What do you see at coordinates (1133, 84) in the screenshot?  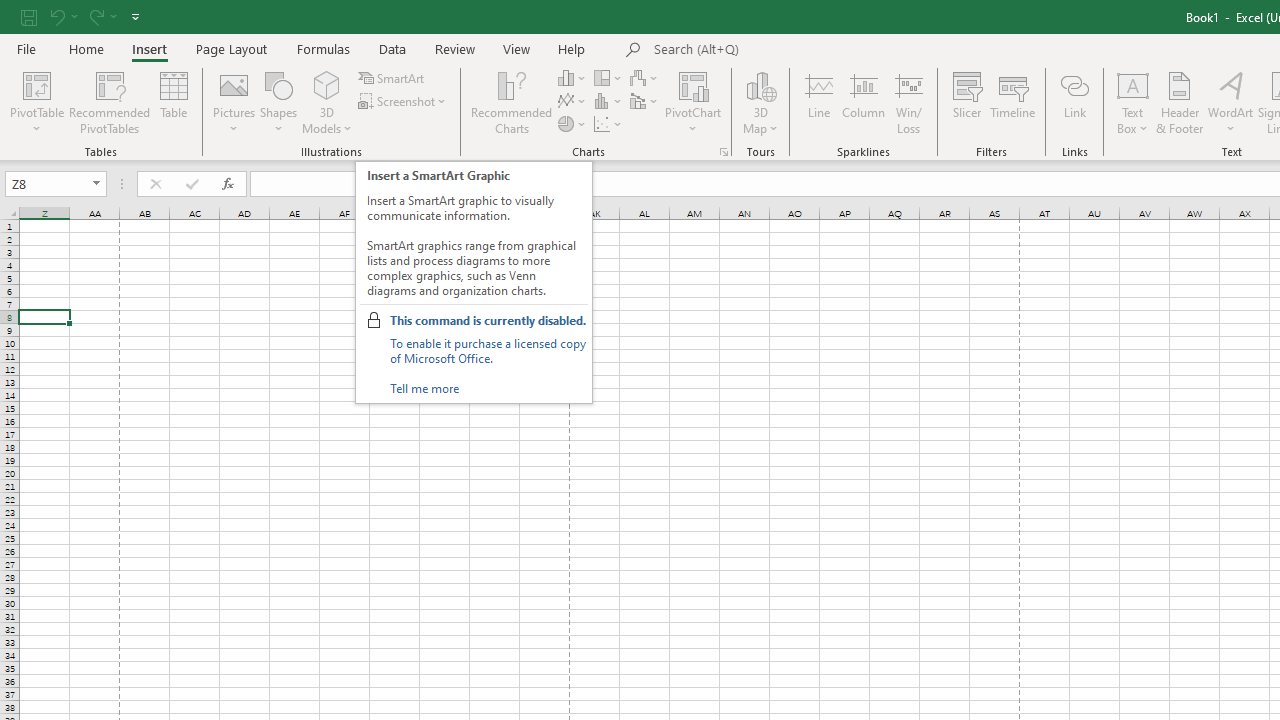 I see `'Draw Horizontal Text Box'` at bounding box center [1133, 84].